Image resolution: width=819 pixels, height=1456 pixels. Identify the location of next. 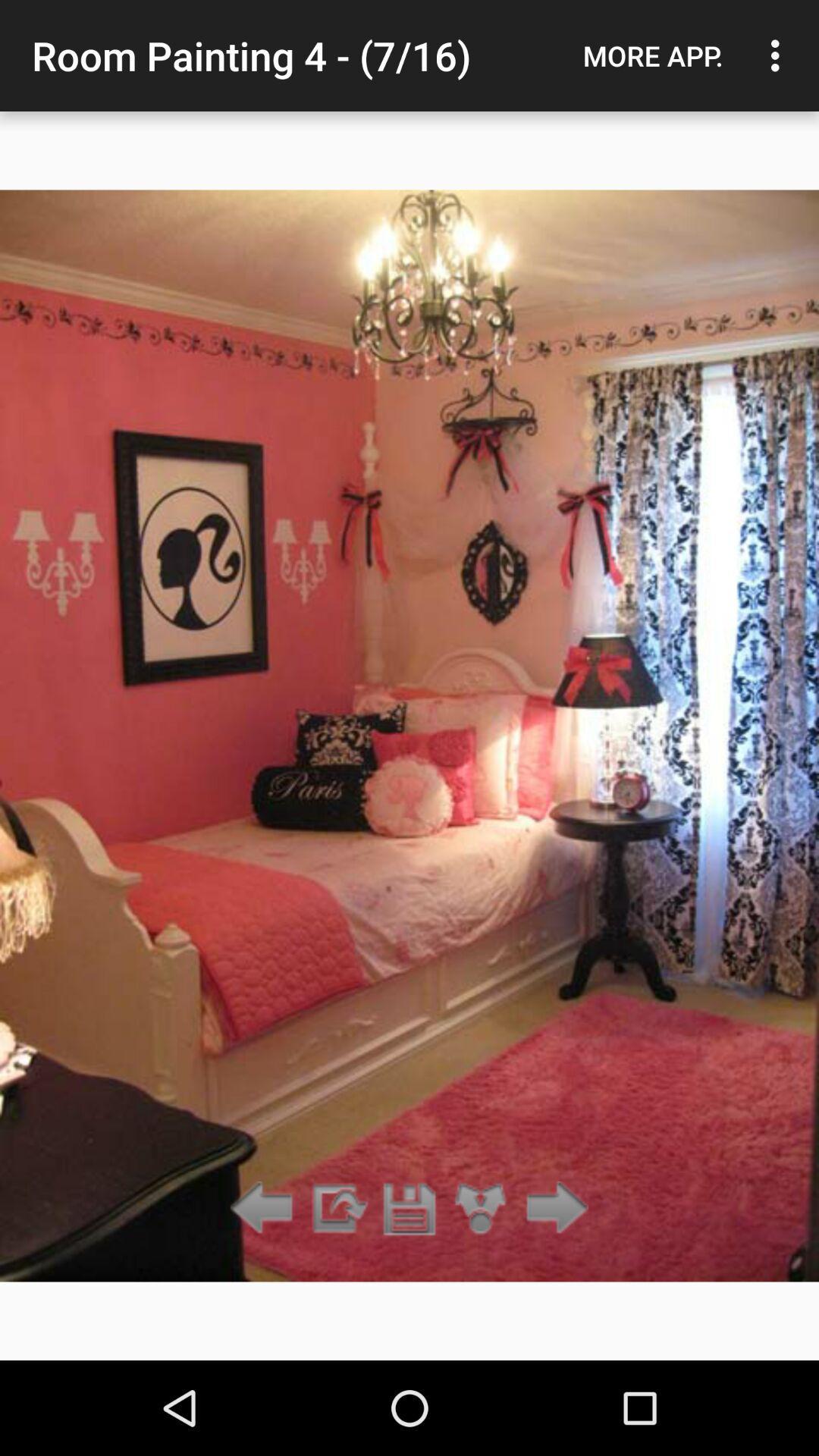
(265, 1208).